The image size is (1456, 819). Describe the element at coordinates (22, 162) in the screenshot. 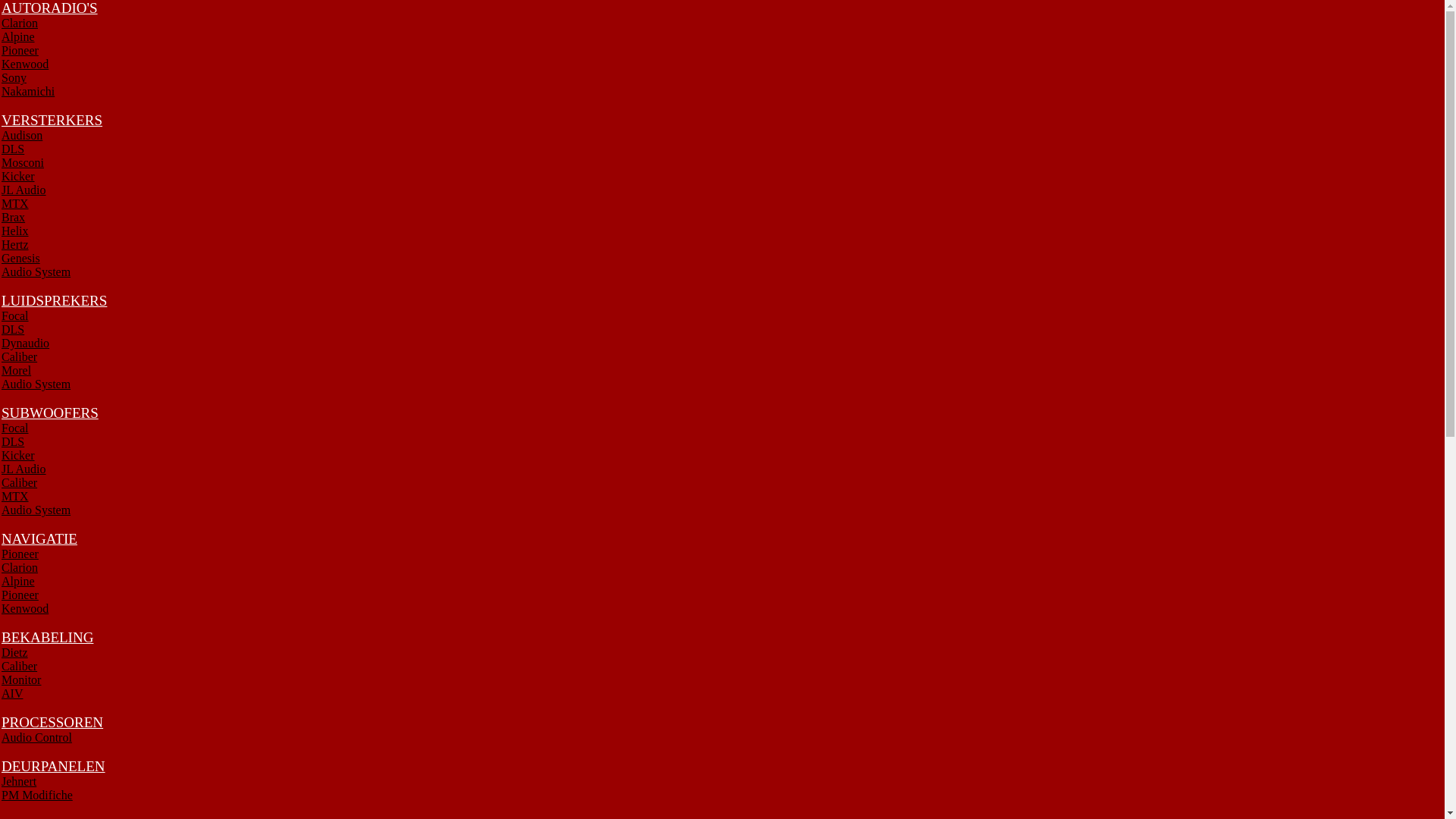

I see `'Mosconi'` at that location.